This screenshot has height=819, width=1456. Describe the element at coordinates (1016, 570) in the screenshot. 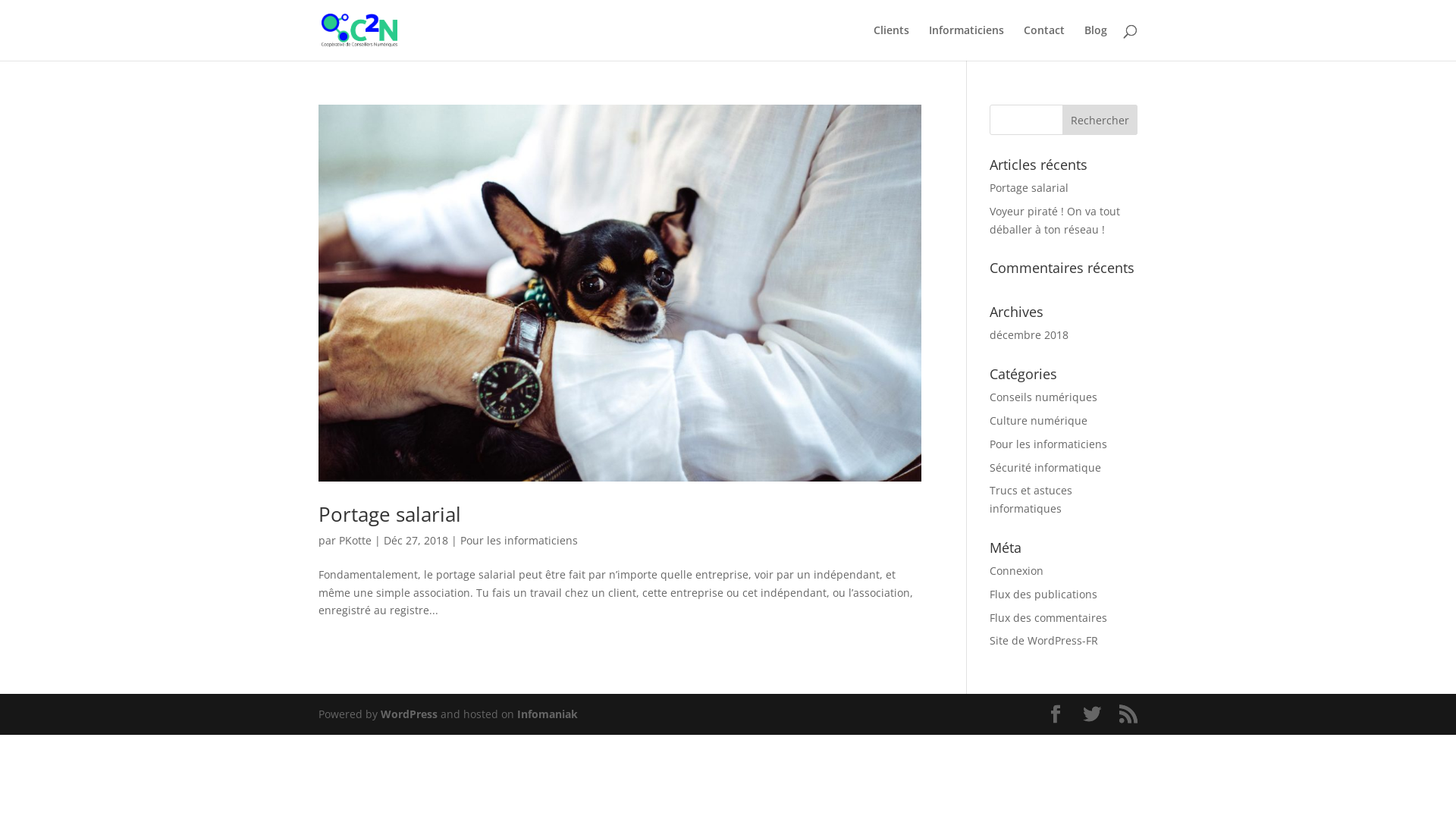

I see `'Connexion'` at that location.